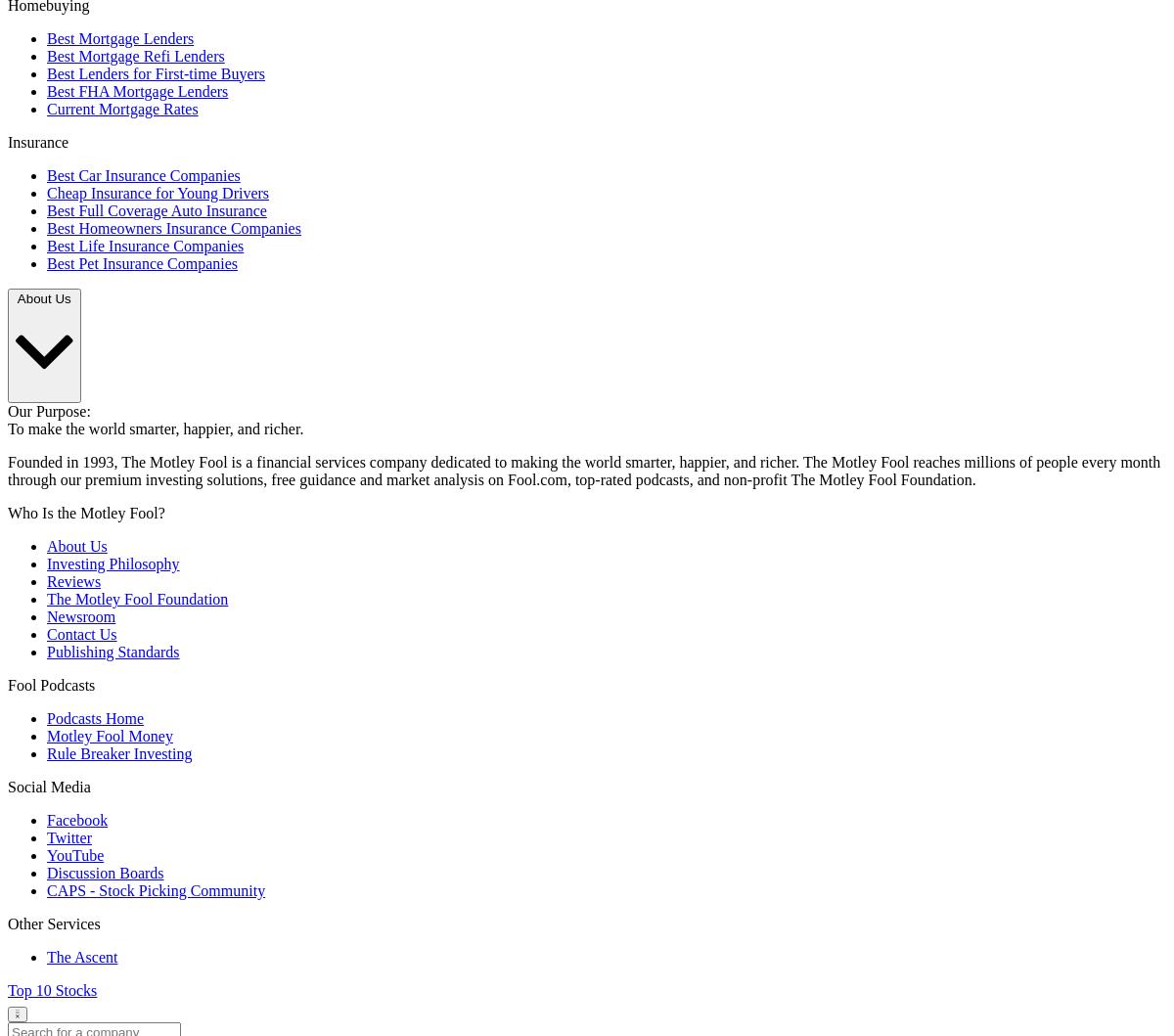 This screenshot has height=1036, width=1174. I want to click on 'Current Mortgage Rates', so click(122, 107).